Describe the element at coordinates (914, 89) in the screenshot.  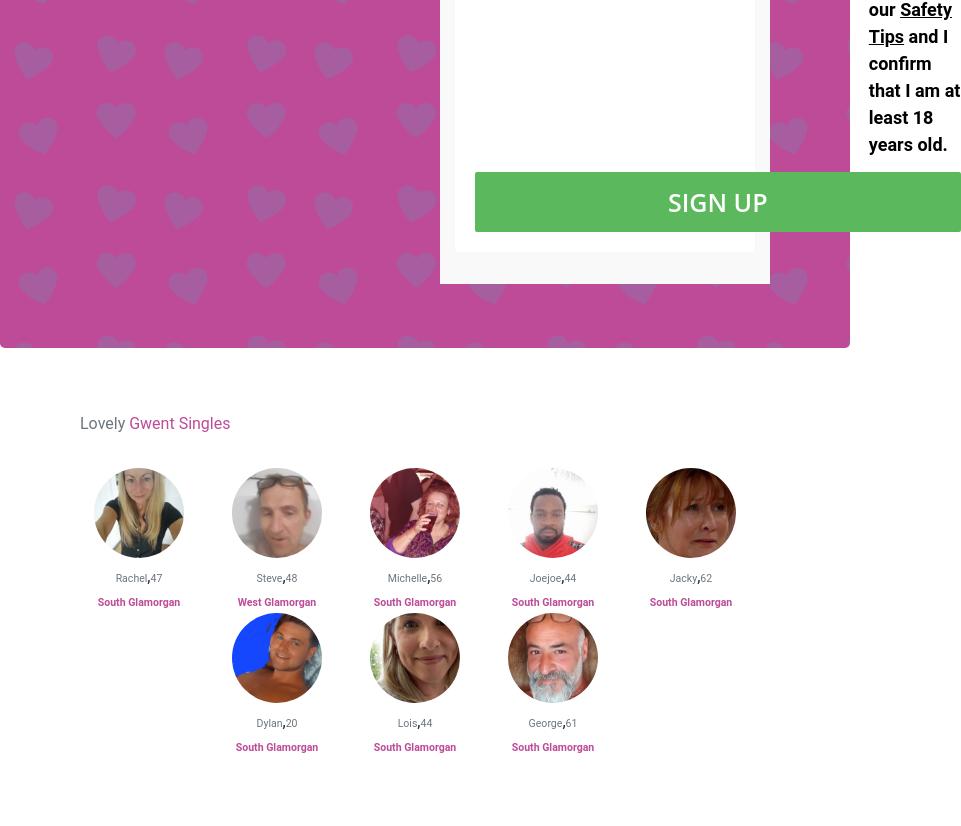
I see `'and I confirm that I am at least 18 years old.'` at that location.